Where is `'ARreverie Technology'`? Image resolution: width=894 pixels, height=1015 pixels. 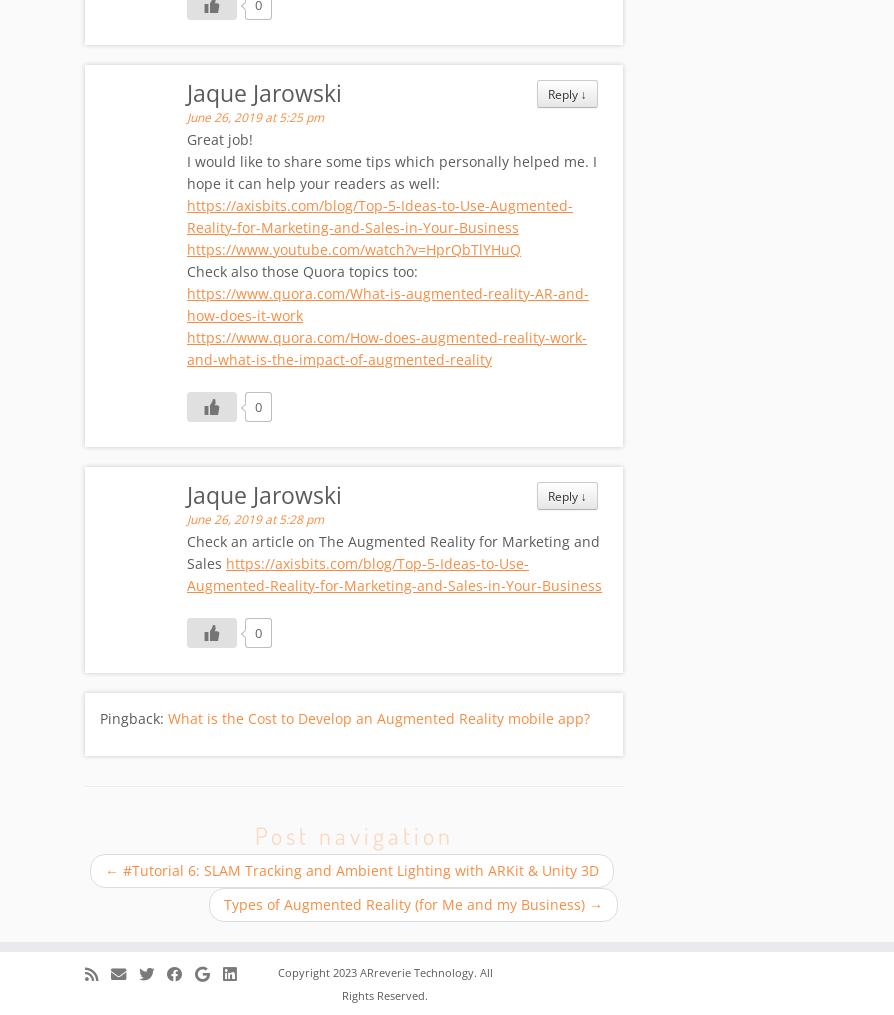 'ARreverie Technology' is located at coordinates (358, 973).